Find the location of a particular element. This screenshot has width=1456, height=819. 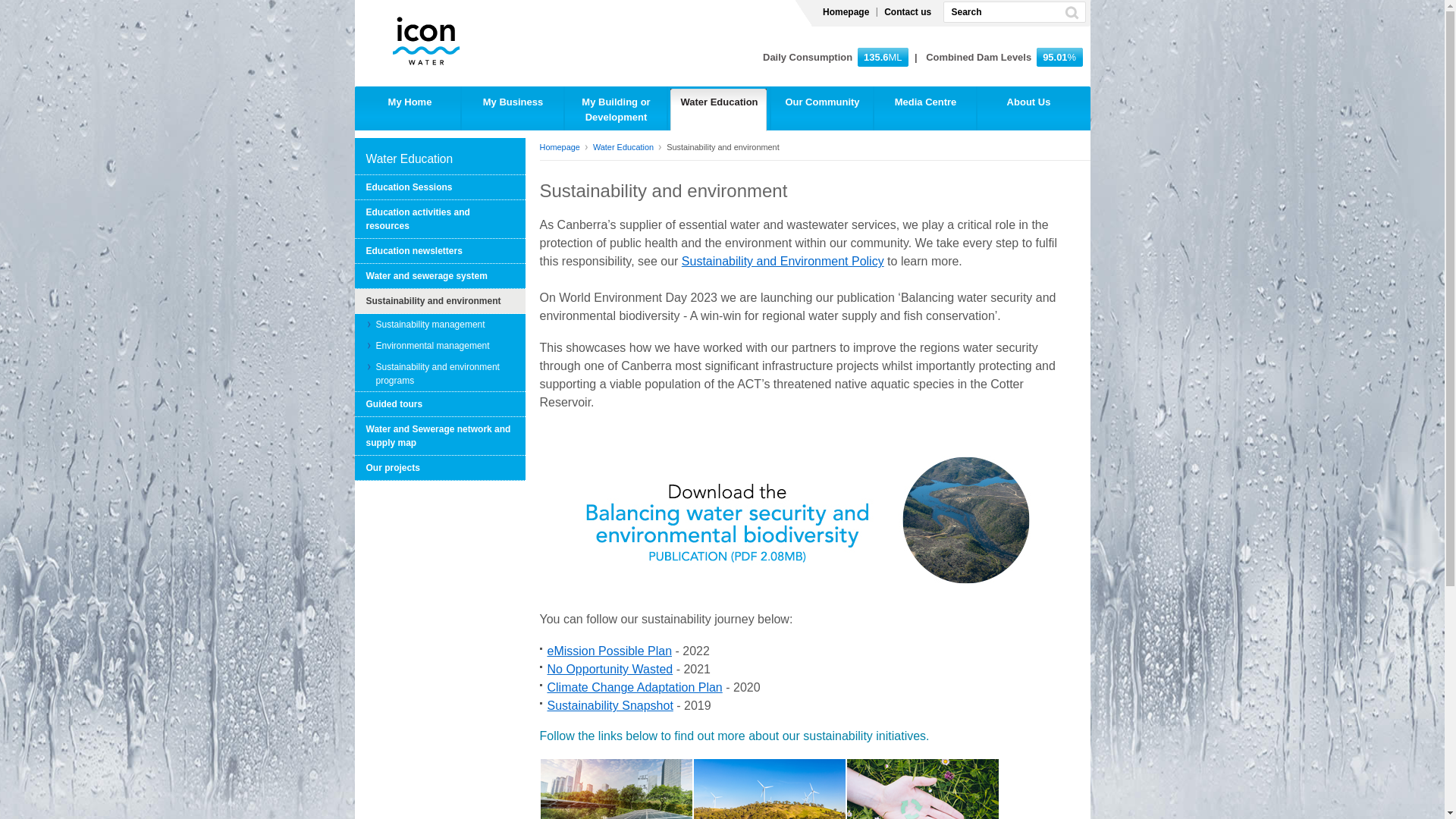

'Sustainability and environment programs' is located at coordinates (439, 374).